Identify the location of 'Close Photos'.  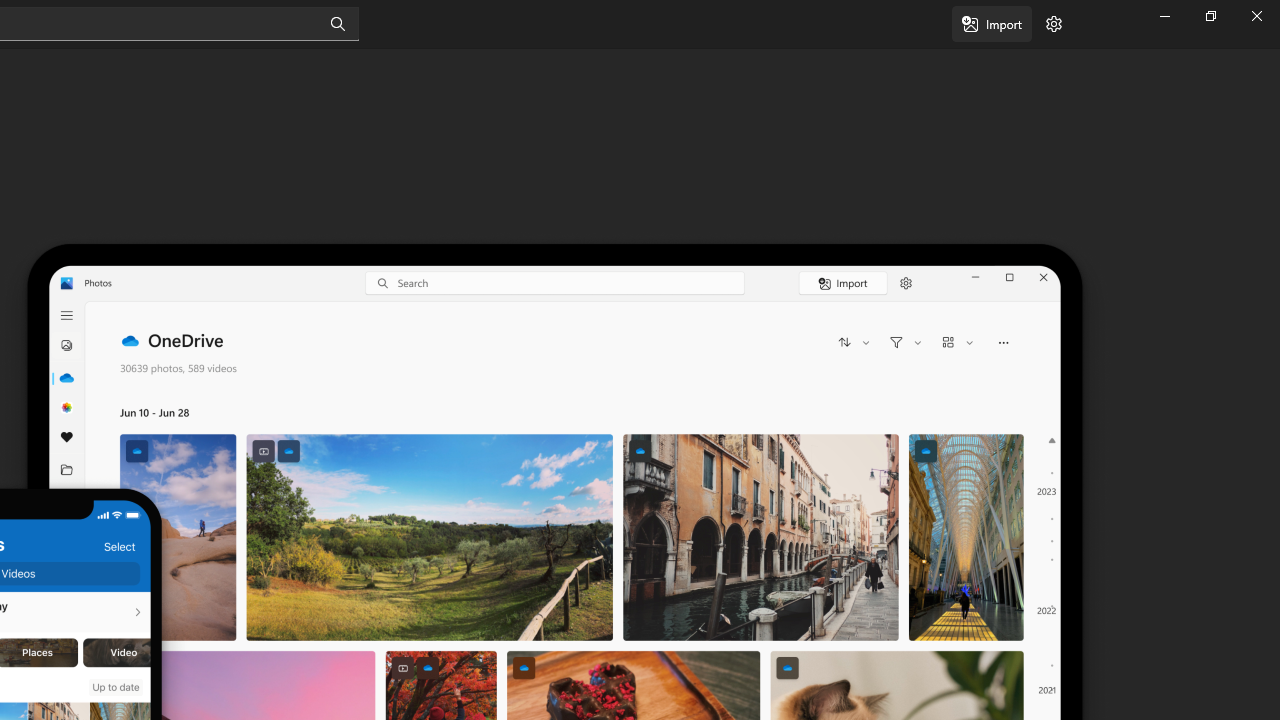
(1255, 15).